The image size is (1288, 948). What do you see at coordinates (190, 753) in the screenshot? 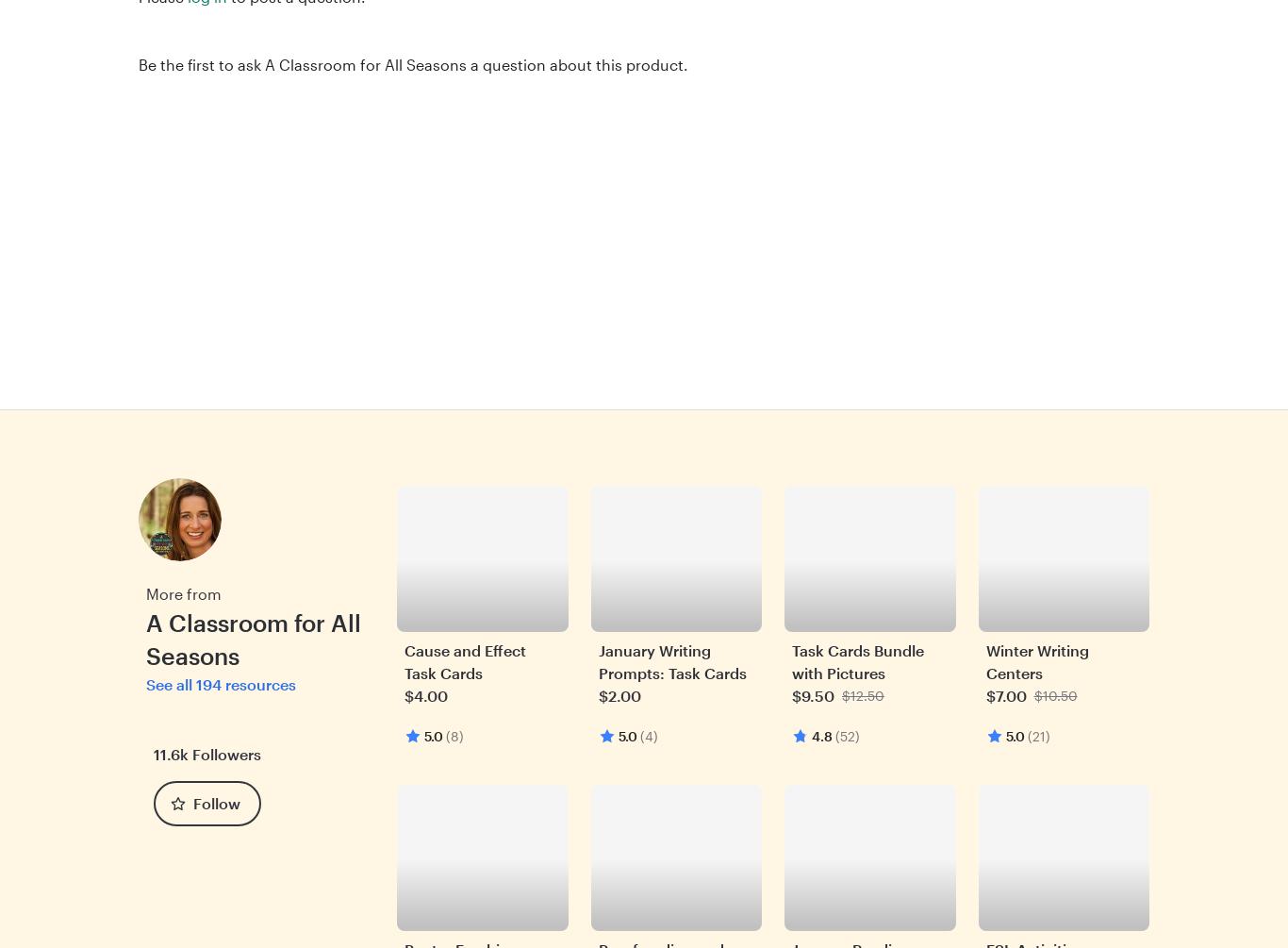
I see `'Followers'` at bounding box center [190, 753].